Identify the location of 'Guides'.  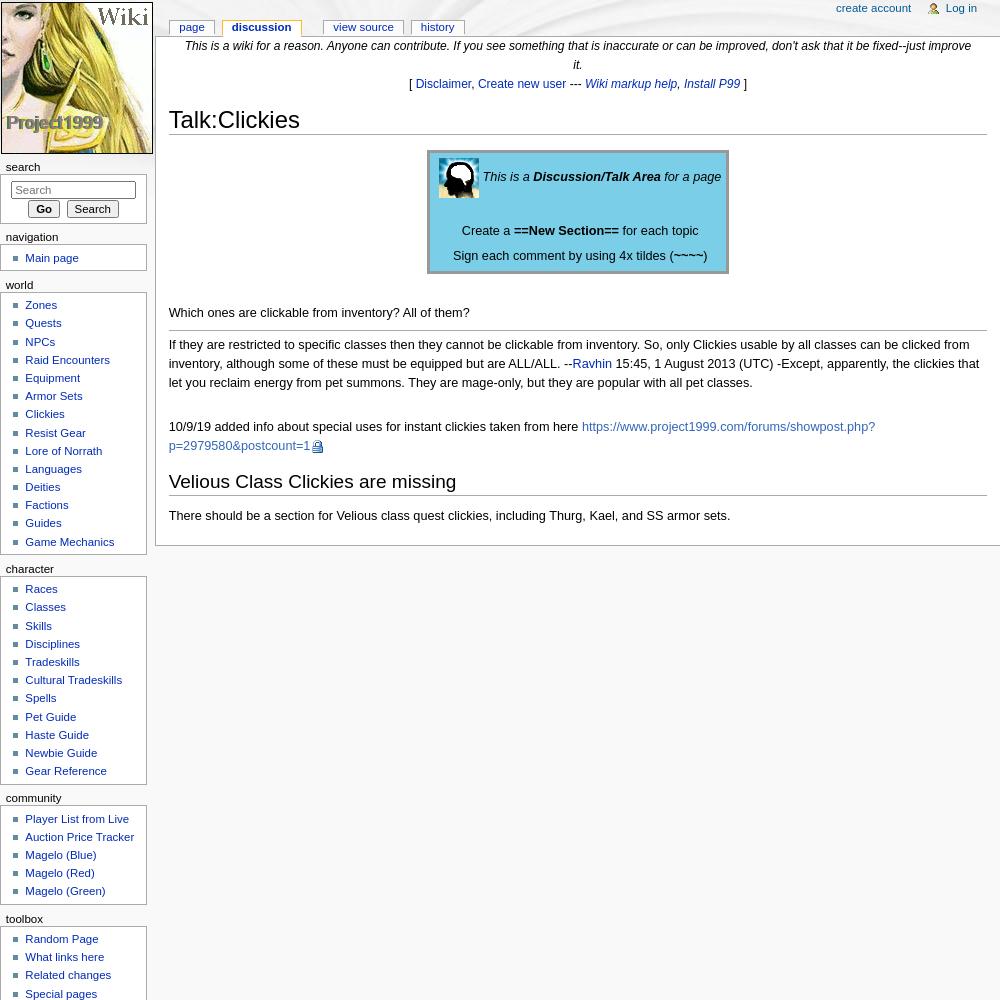
(43, 523).